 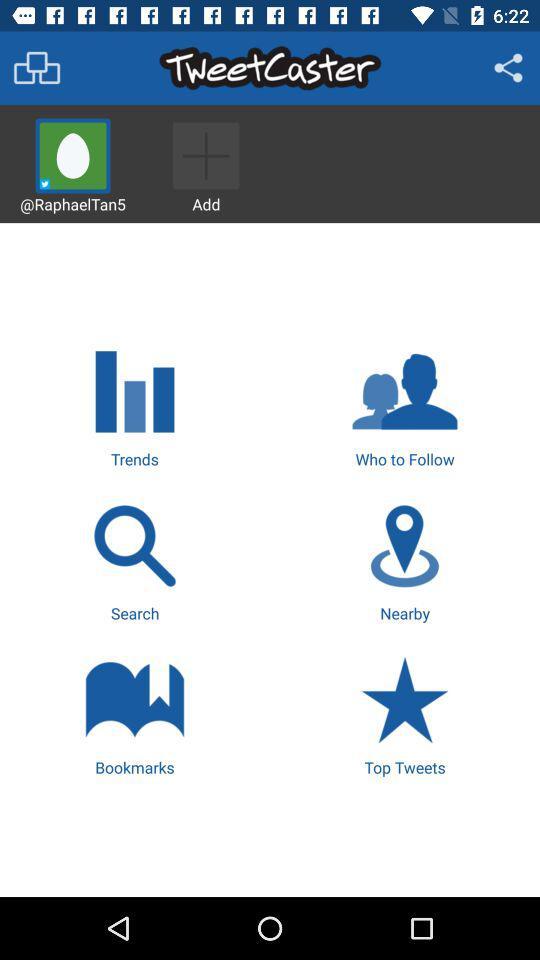 What do you see at coordinates (405, 560) in the screenshot?
I see `item to the right of search icon` at bounding box center [405, 560].